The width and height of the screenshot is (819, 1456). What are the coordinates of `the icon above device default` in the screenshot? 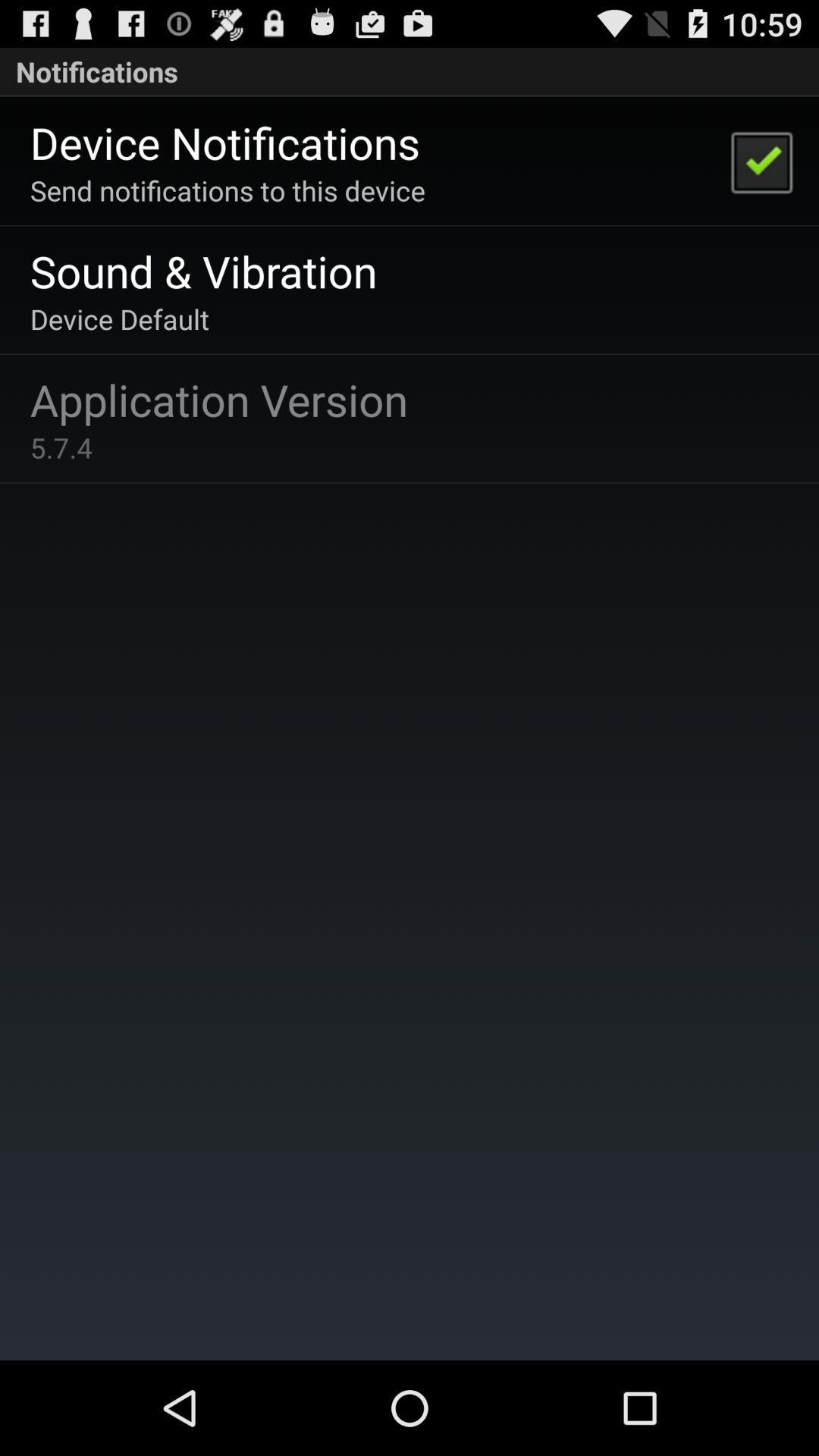 It's located at (202, 271).